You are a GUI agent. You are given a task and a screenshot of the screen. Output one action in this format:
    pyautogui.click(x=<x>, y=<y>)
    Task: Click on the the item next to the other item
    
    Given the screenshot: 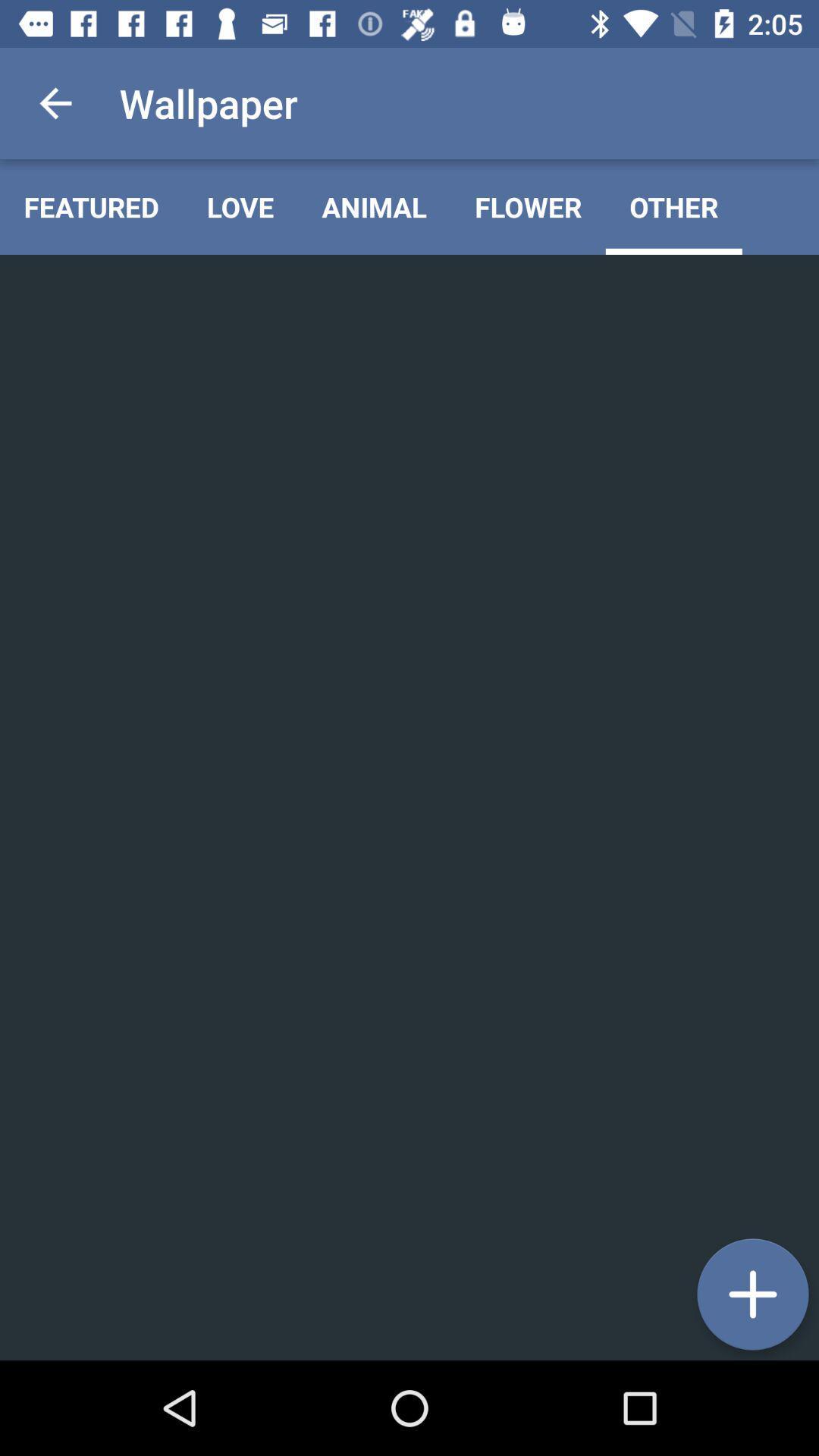 What is the action you would take?
    pyautogui.click(x=527, y=206)
    